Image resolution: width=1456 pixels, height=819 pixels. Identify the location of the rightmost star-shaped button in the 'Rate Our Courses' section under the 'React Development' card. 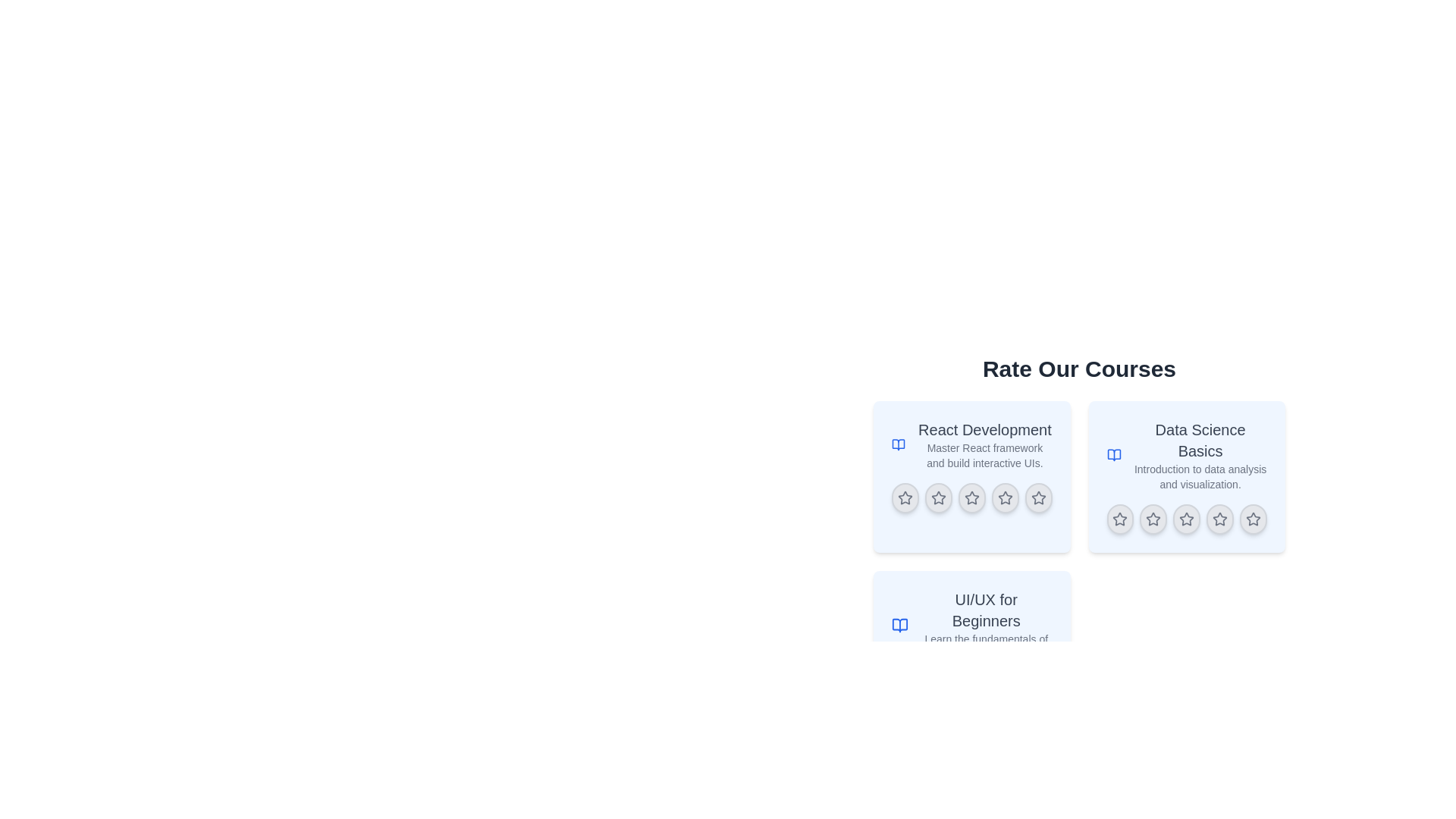
(1005, 497).